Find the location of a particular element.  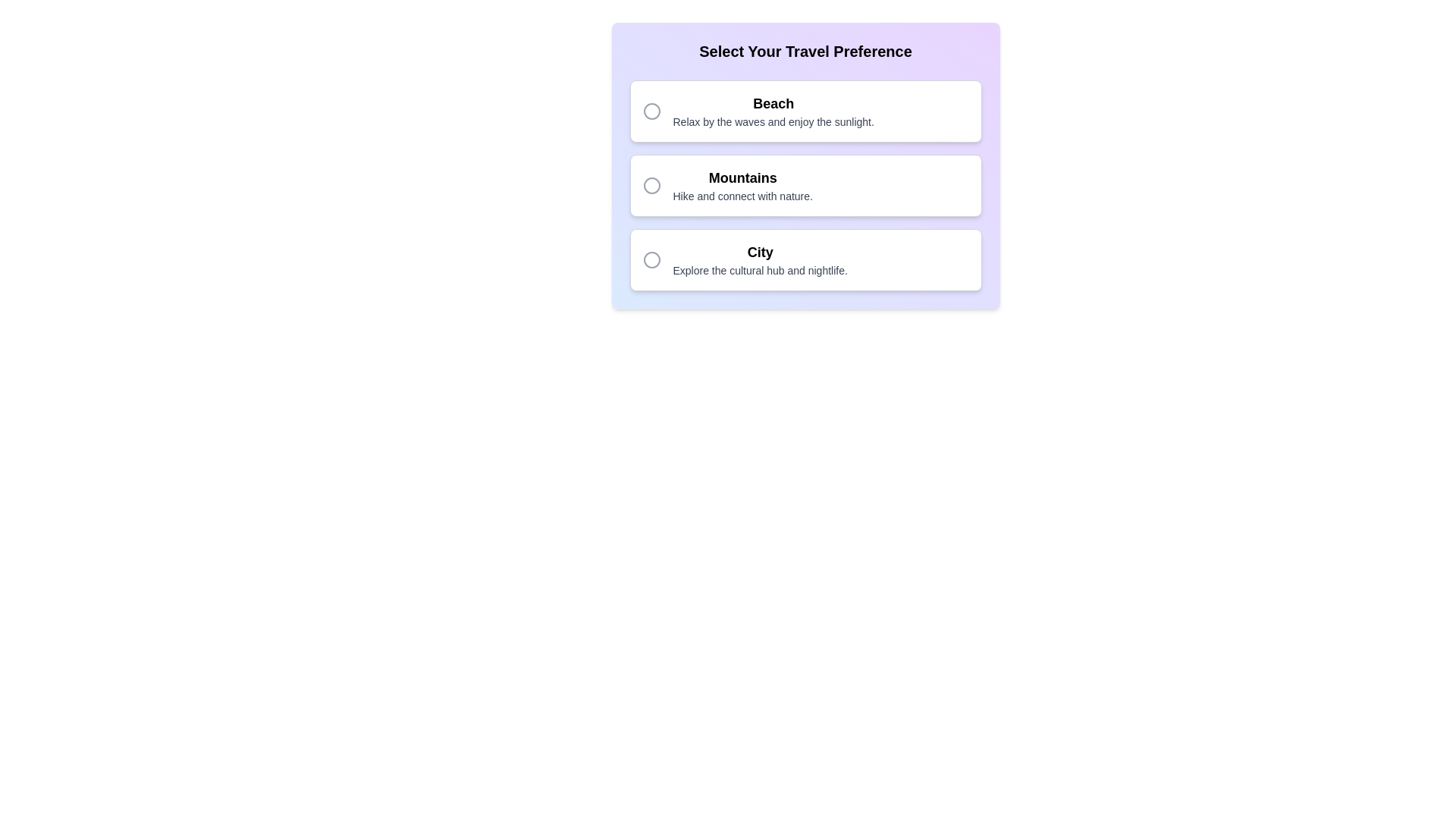

the 'Mountains' button with a selectable radio option, which has a white background, dark text, and rounded corners, positioned between the 'Beach' and 'City' buttons is located at coordinates (805, 185).